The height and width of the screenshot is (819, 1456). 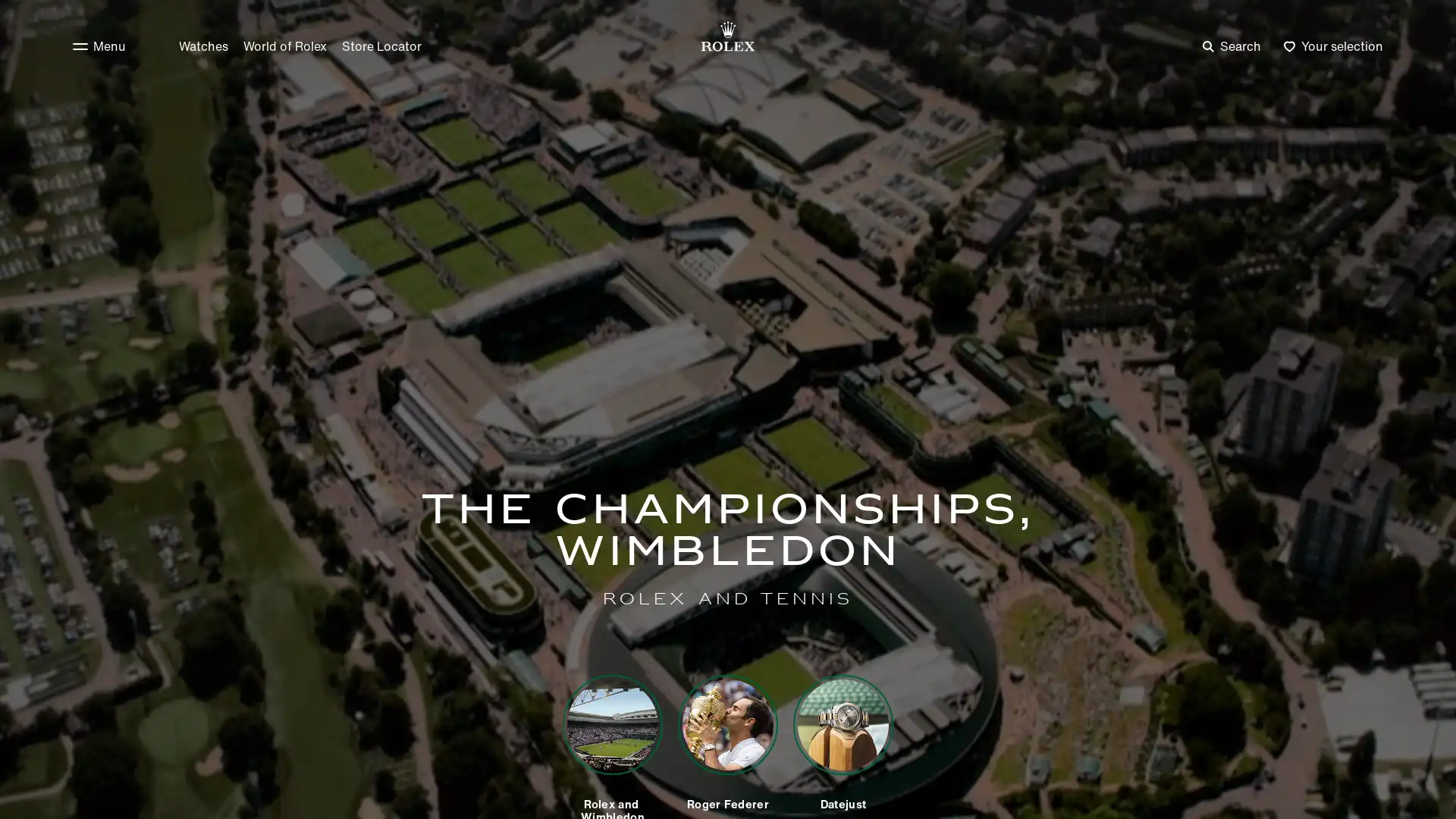 What do you see at coordinates (1232, 45) in the screenshot?
I see `Search` at bounding box center [1232, 45].